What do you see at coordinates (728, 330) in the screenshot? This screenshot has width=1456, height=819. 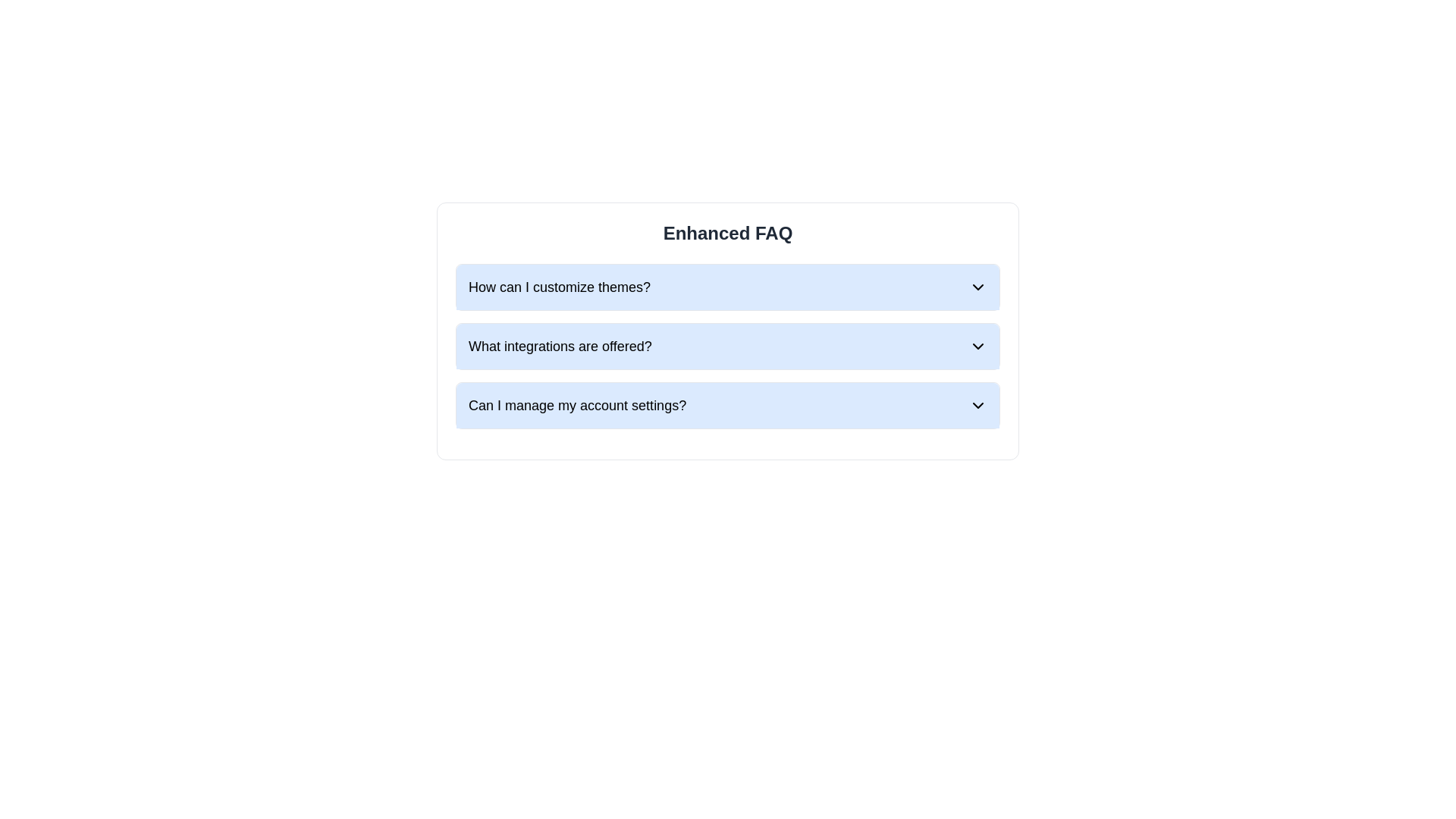 I see `the chevron of the Interactive FAQ item for the question 'What integrations are offered?'` at bounding box center [728, 330].